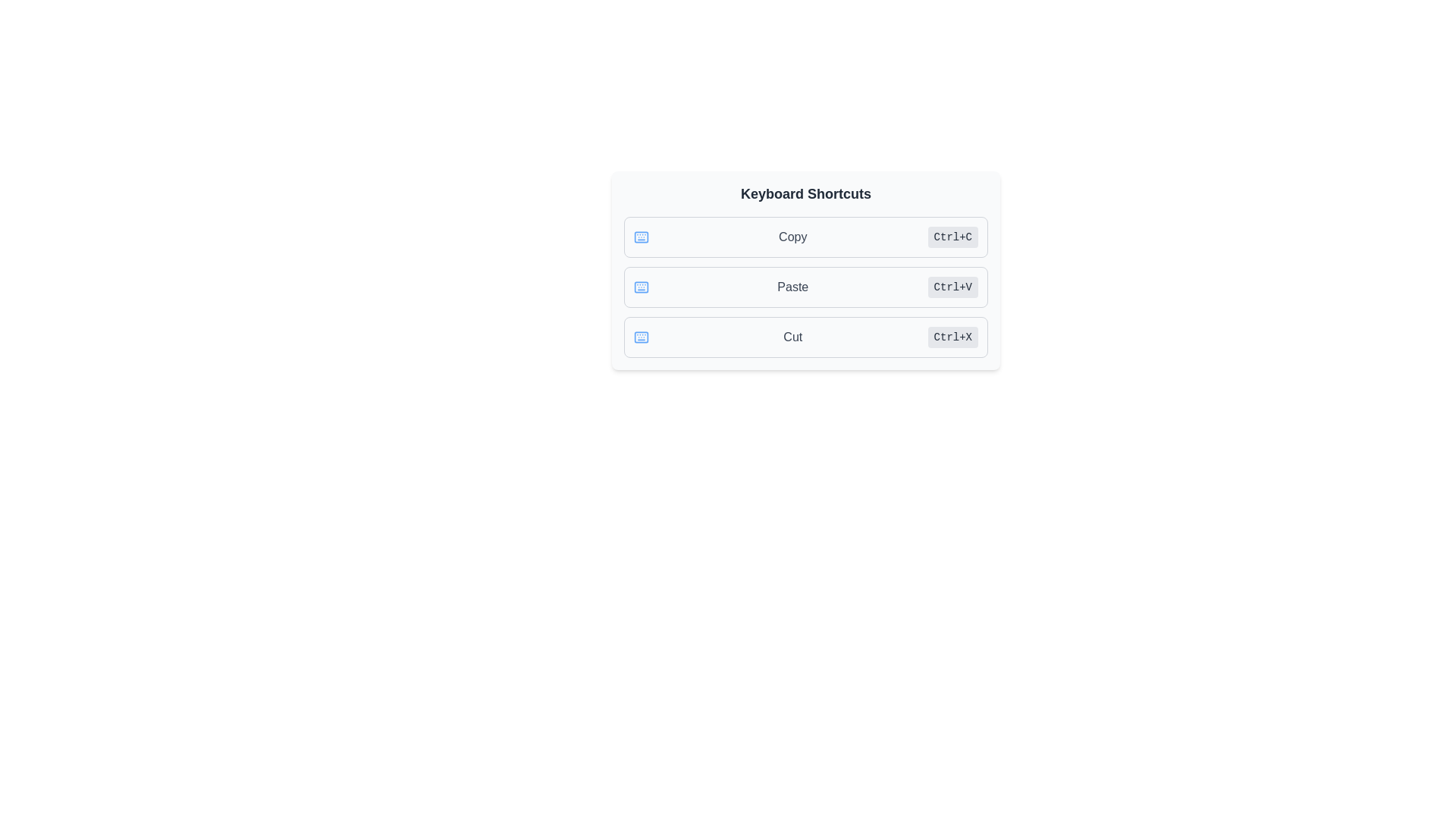  I want to click on text label displaying 'Cut' located in the third row of the 'Keyboard Shortcuts' menu structure, so click(792, 336).